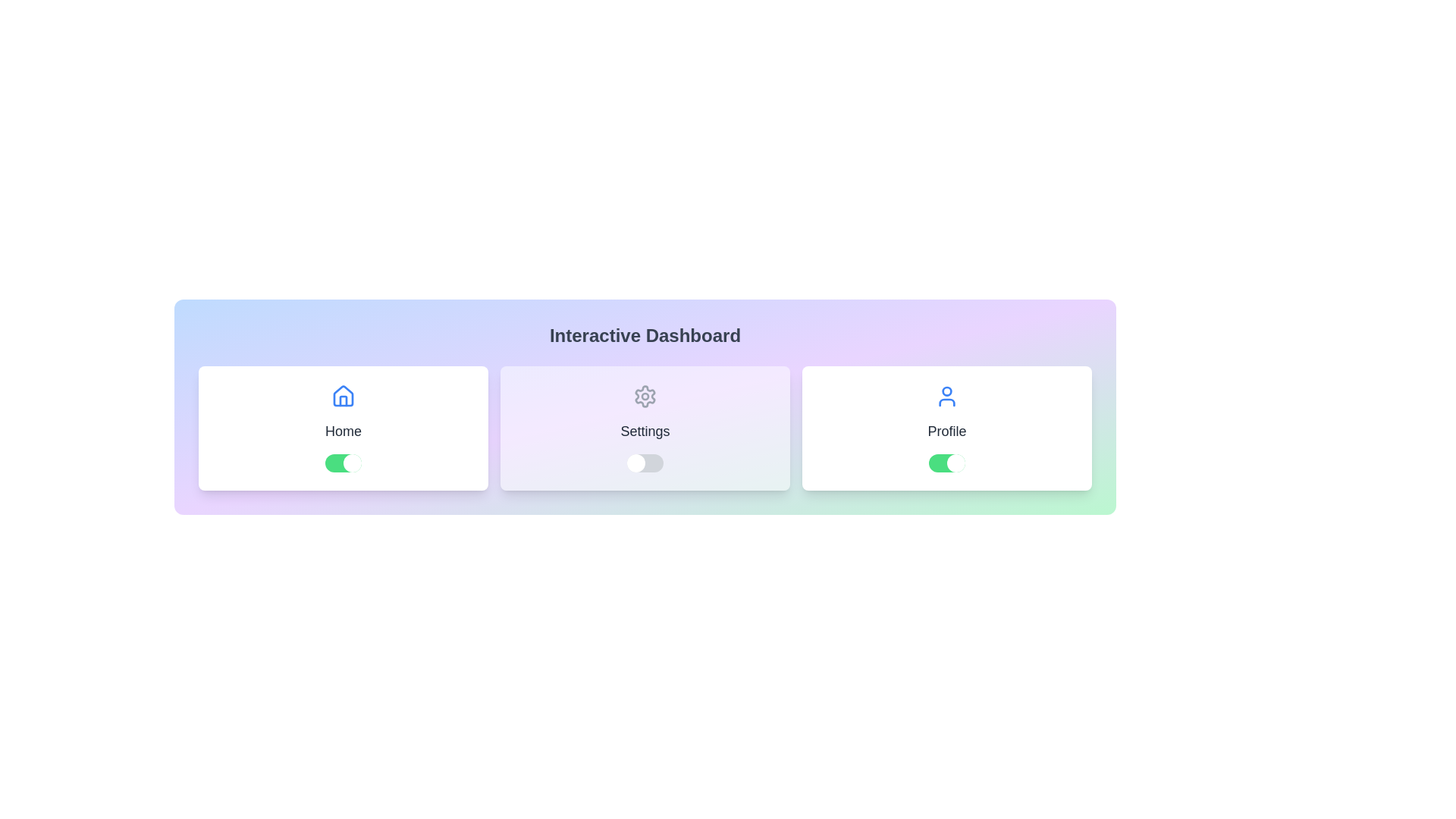 The height and width of the screenshot is (819, 1456). Describe the element at coordinates (645, 396) in the screenshot. I see `the icon representing the Settings option` at that location.